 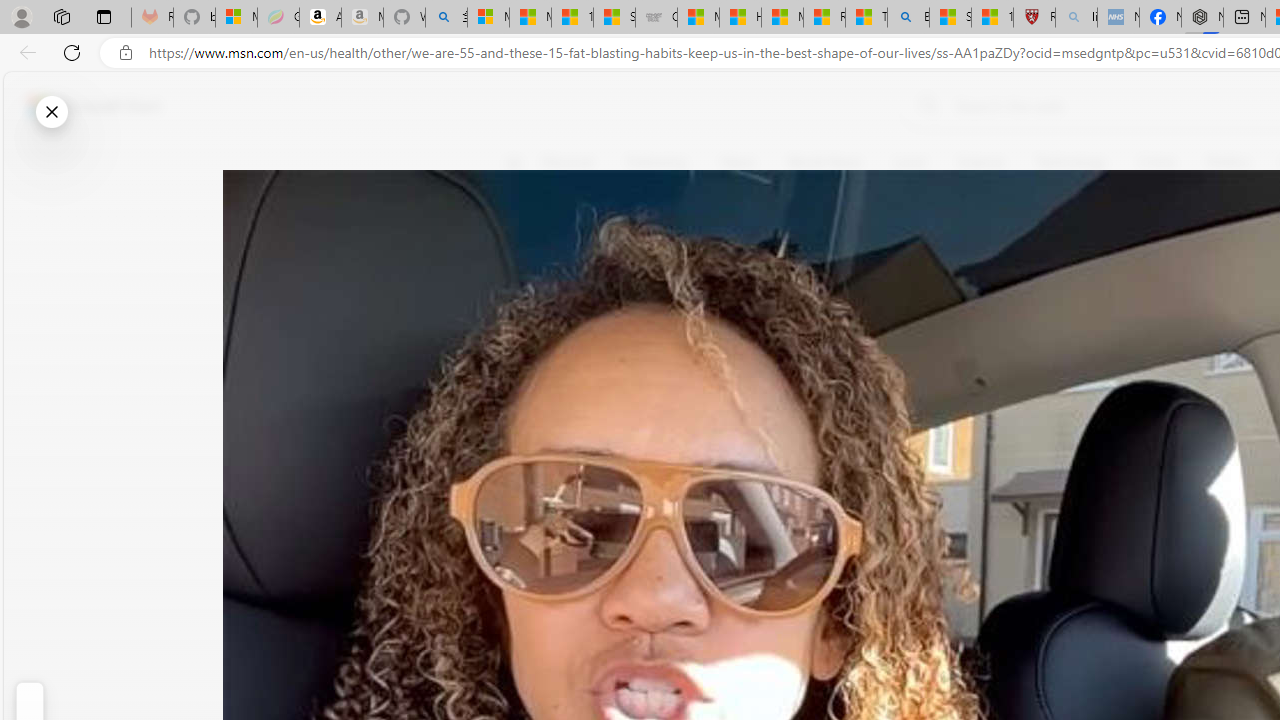 I want to click on 'NCL Adult Asthma Inhaler Choice Guideline - Sleeping', so click(x=1117, y=17).